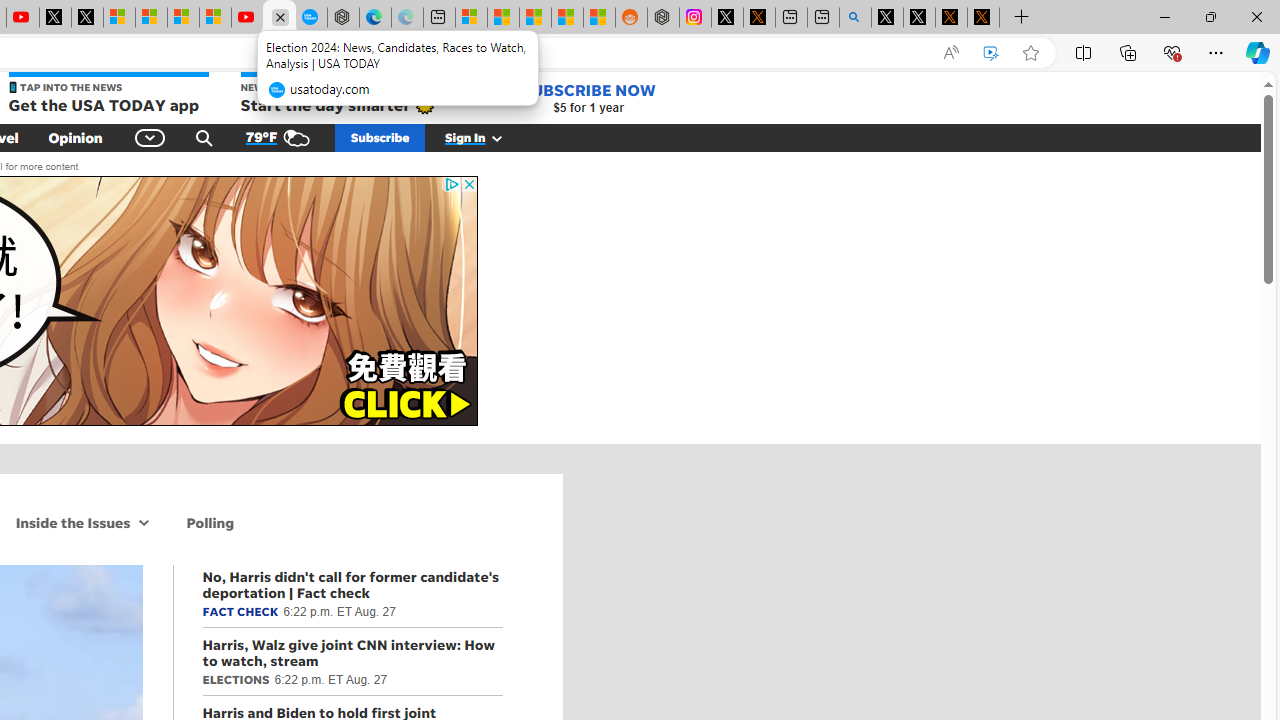 This screenshot has width=1280, height=720. What do you see at coordinates (468, 184) in the screenshot?
I see `'AutomationID: close_button_svg'` at bounding box center [468, 184].